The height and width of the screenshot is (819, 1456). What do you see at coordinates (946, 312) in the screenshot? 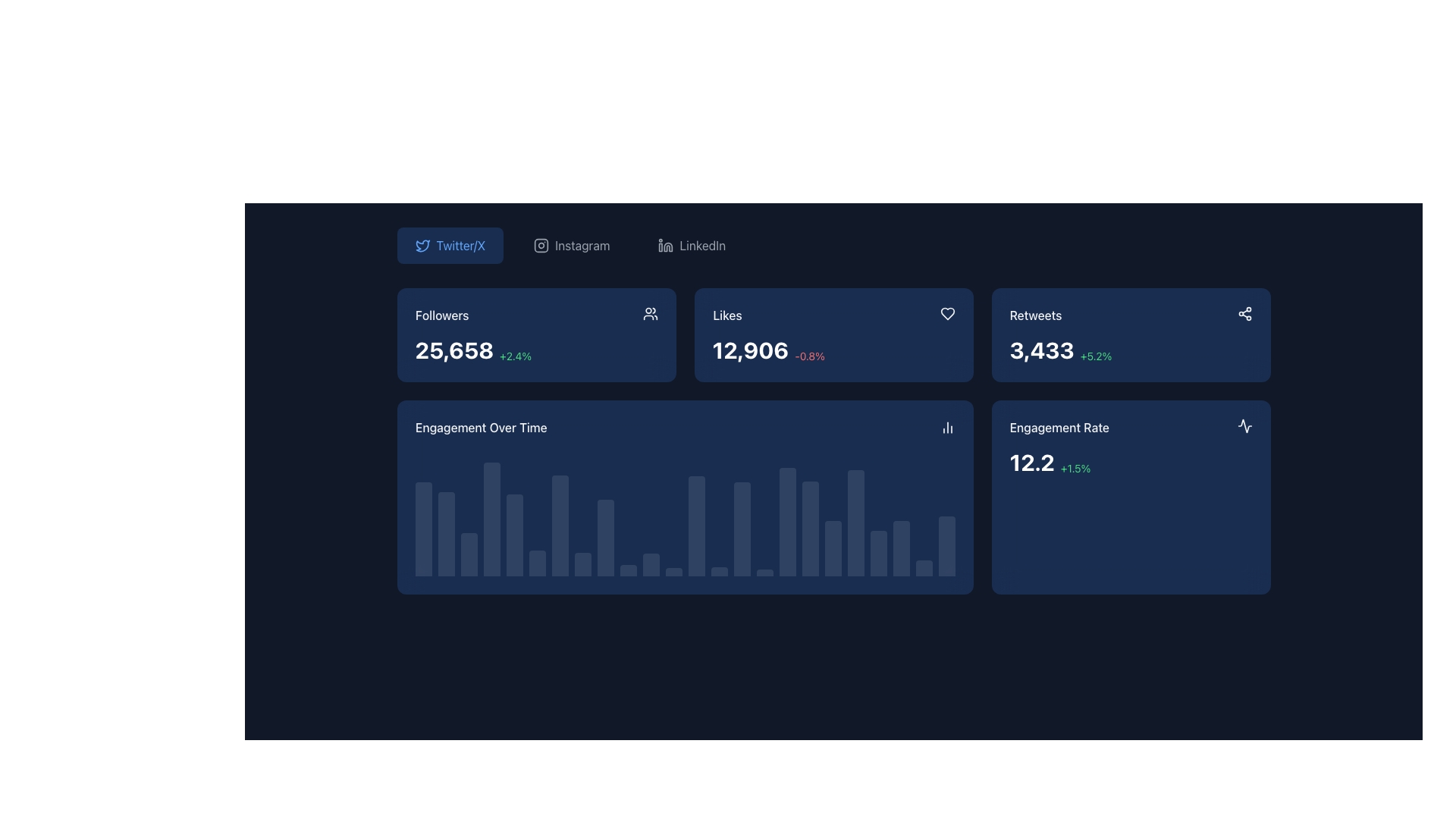
I see `the heart-shaped icon in the 'Likes' card located at the top-right corner, near the numerical likes count` at bounding box center [946, 312].